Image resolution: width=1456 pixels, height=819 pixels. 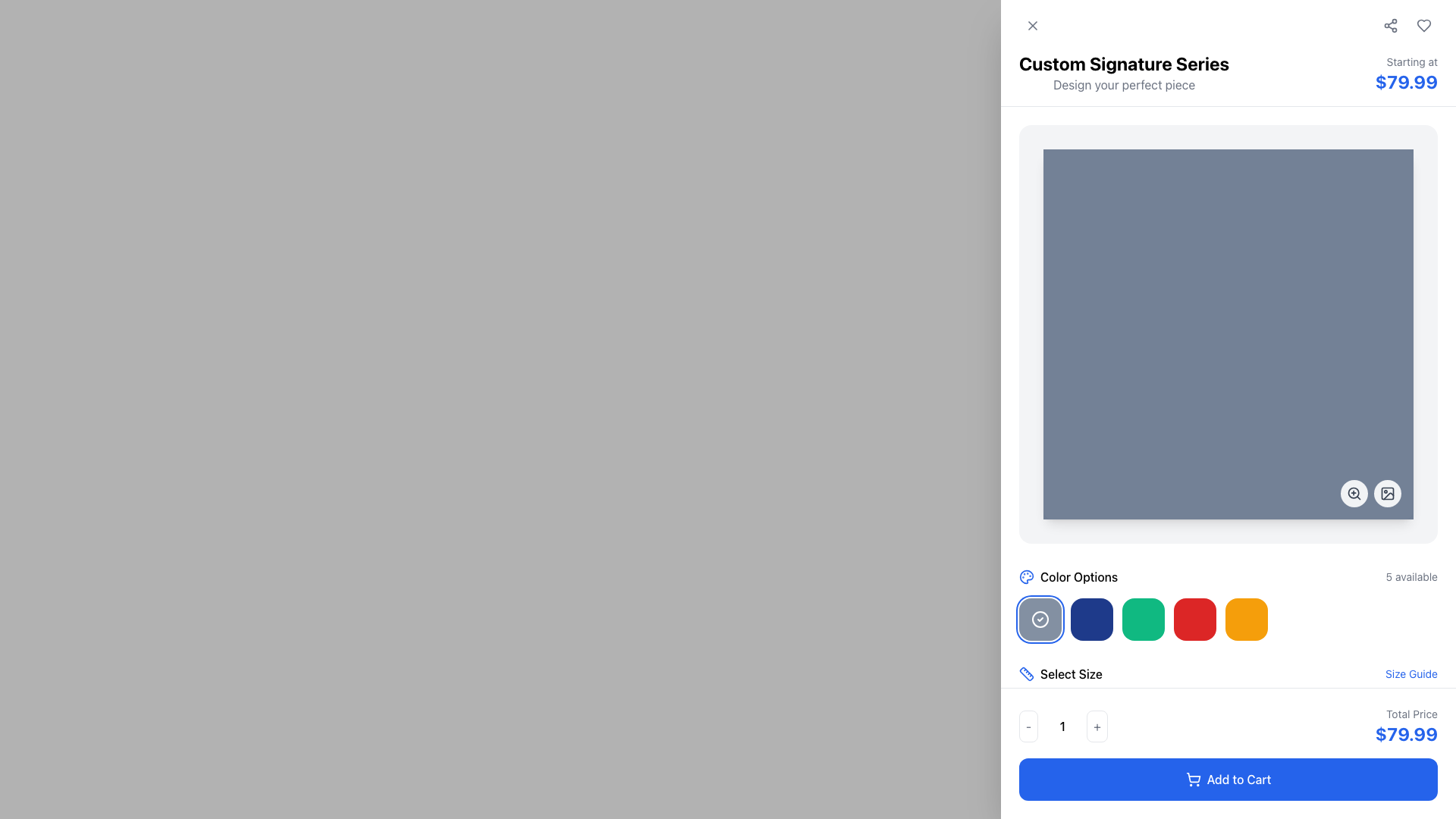 I want to click on the leftmost circular button located at the bottom-right of the product preview section, so click(x=1354, y=494).